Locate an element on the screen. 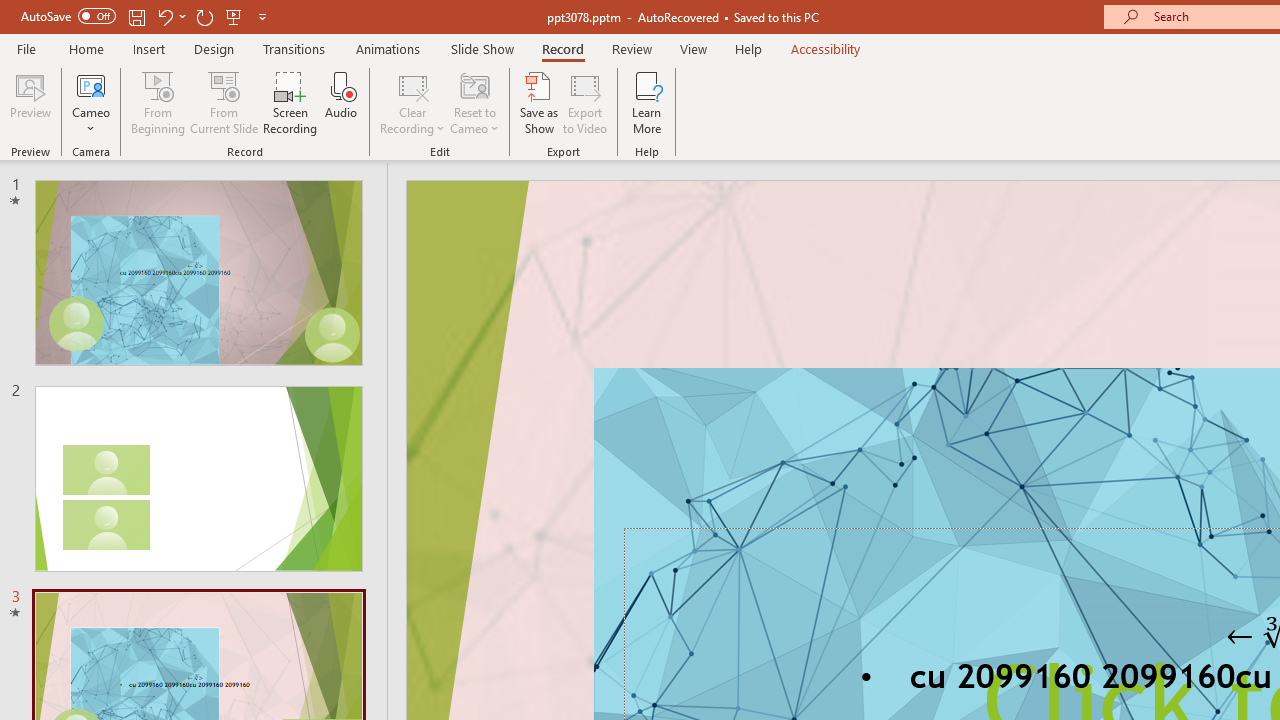 The width and height of the screenshot is (1280, 720). 'Insert' is located at coordinates (148, 48).